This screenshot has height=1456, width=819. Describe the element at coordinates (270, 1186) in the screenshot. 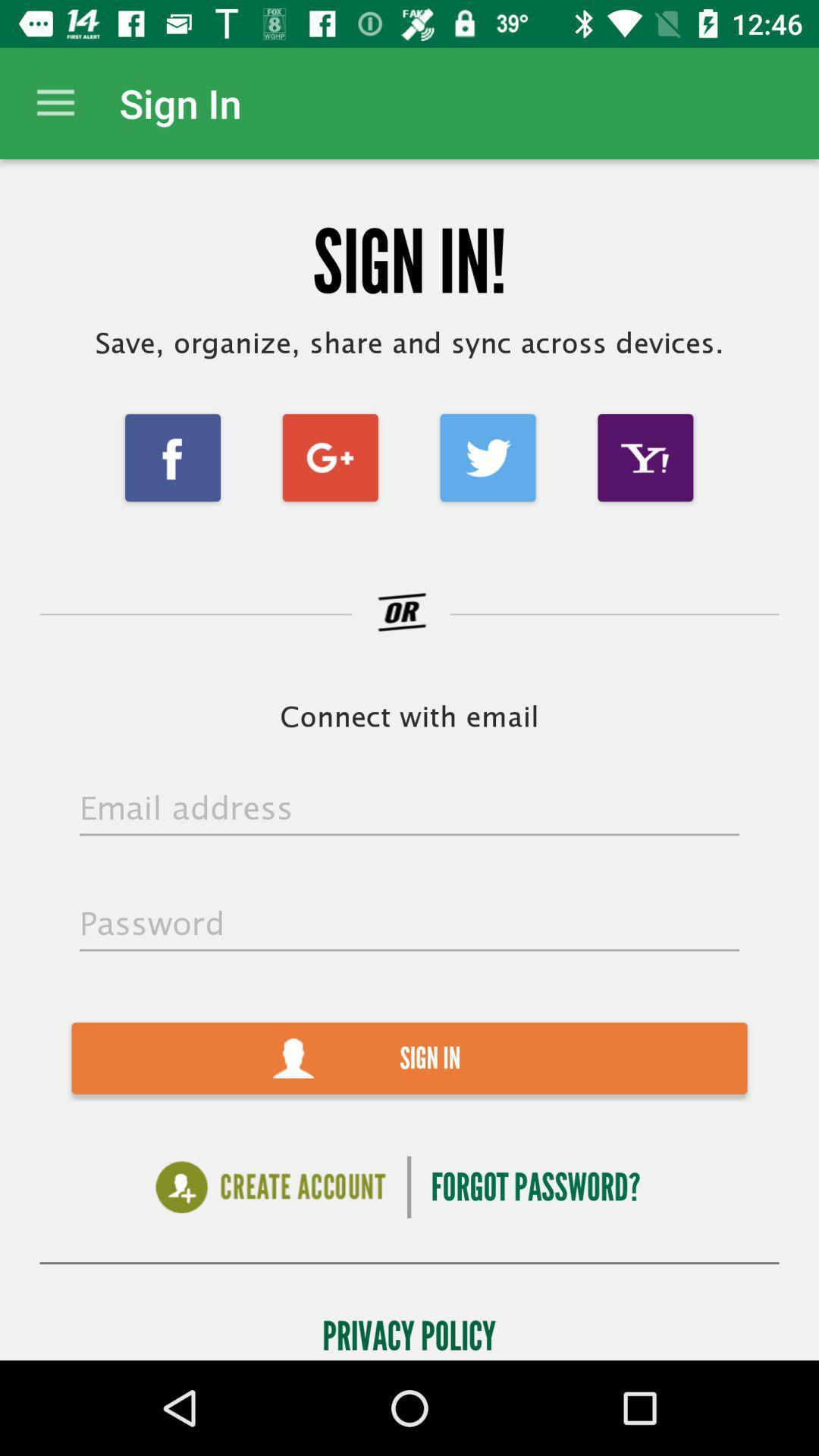

I see `icon below the sign in item` at that location.